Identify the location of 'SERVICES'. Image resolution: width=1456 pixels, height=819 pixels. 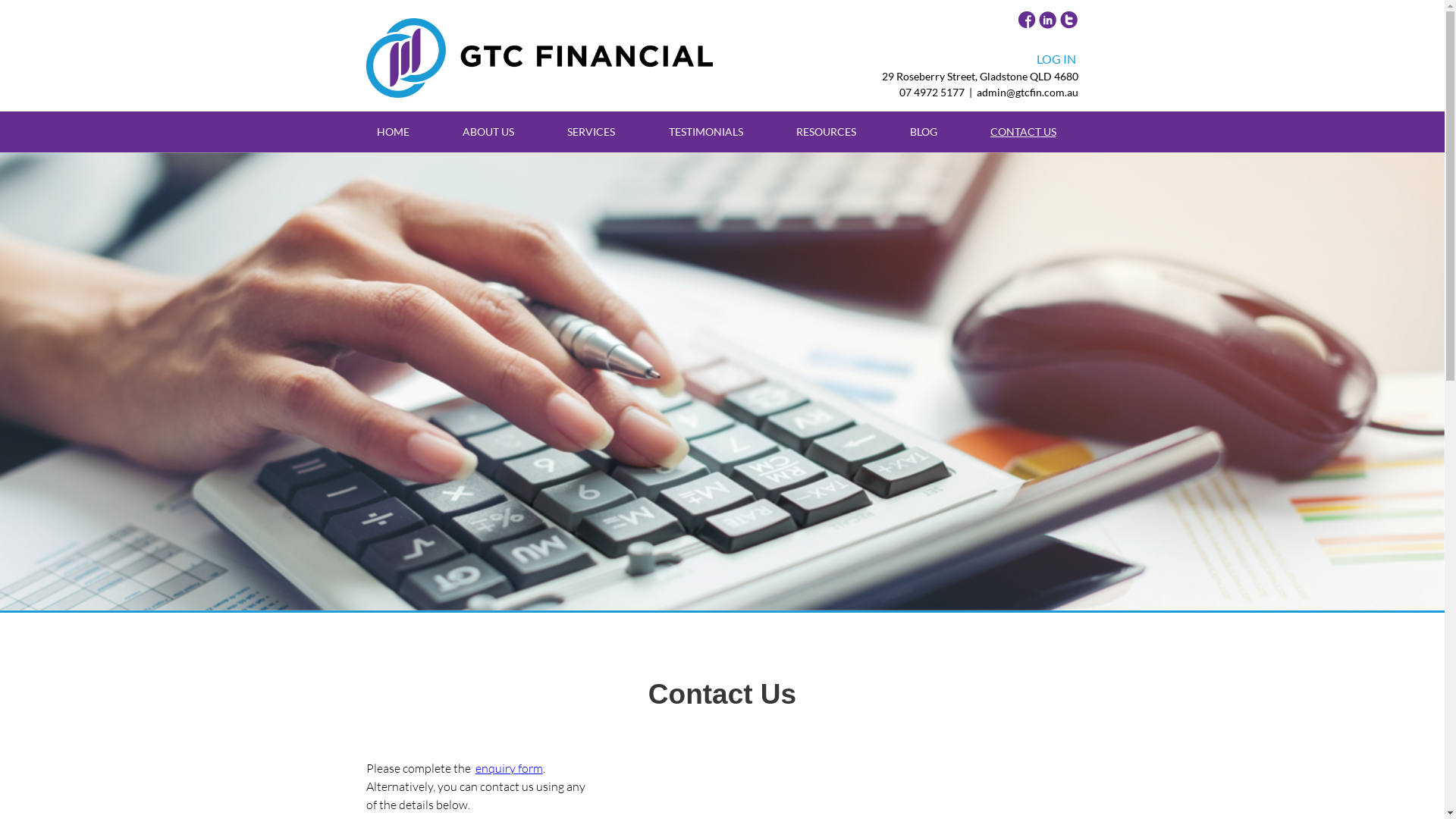
(566, 130).